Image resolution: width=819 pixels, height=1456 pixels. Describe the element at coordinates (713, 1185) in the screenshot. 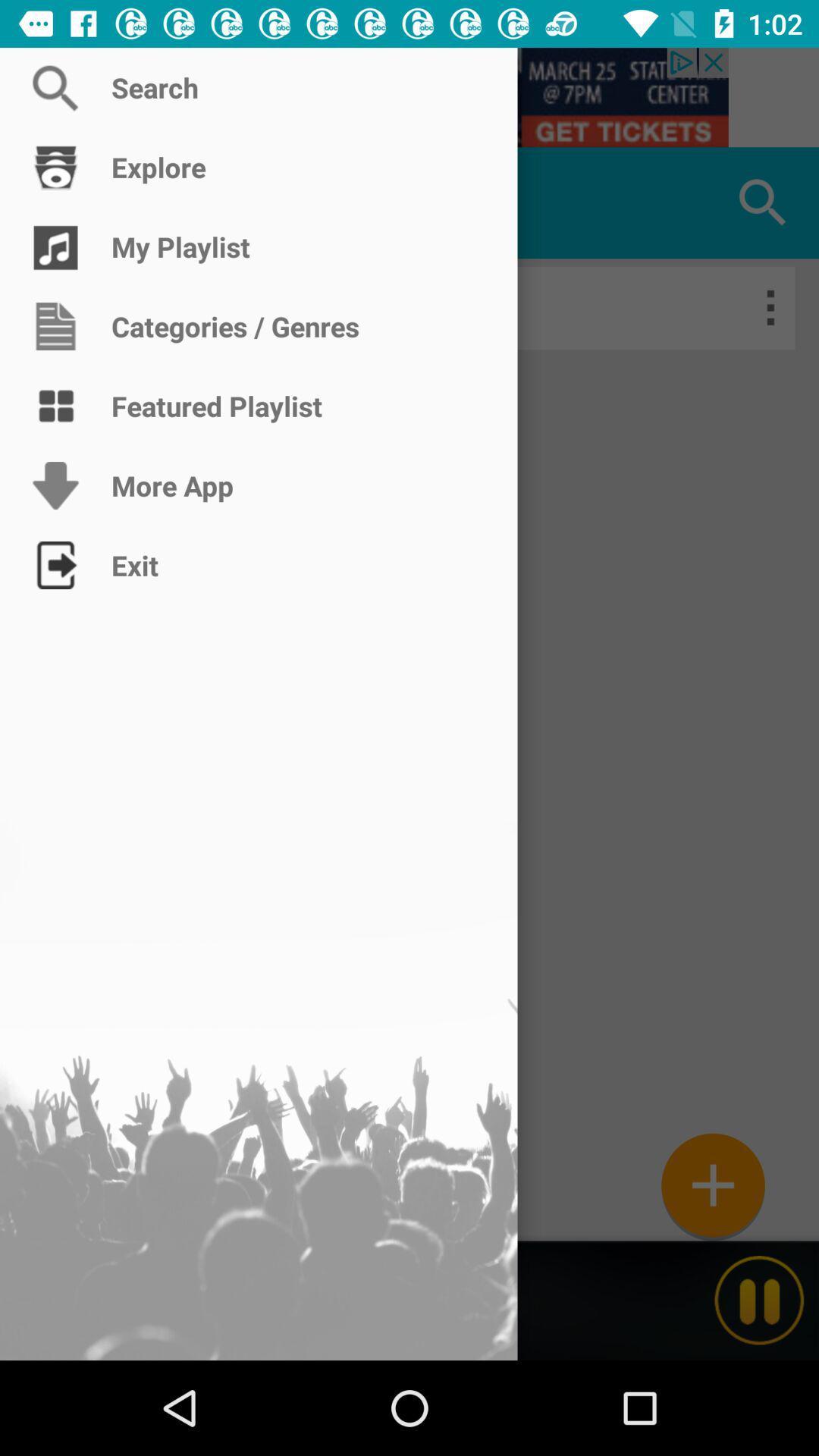

I see `the add icon` at that location.